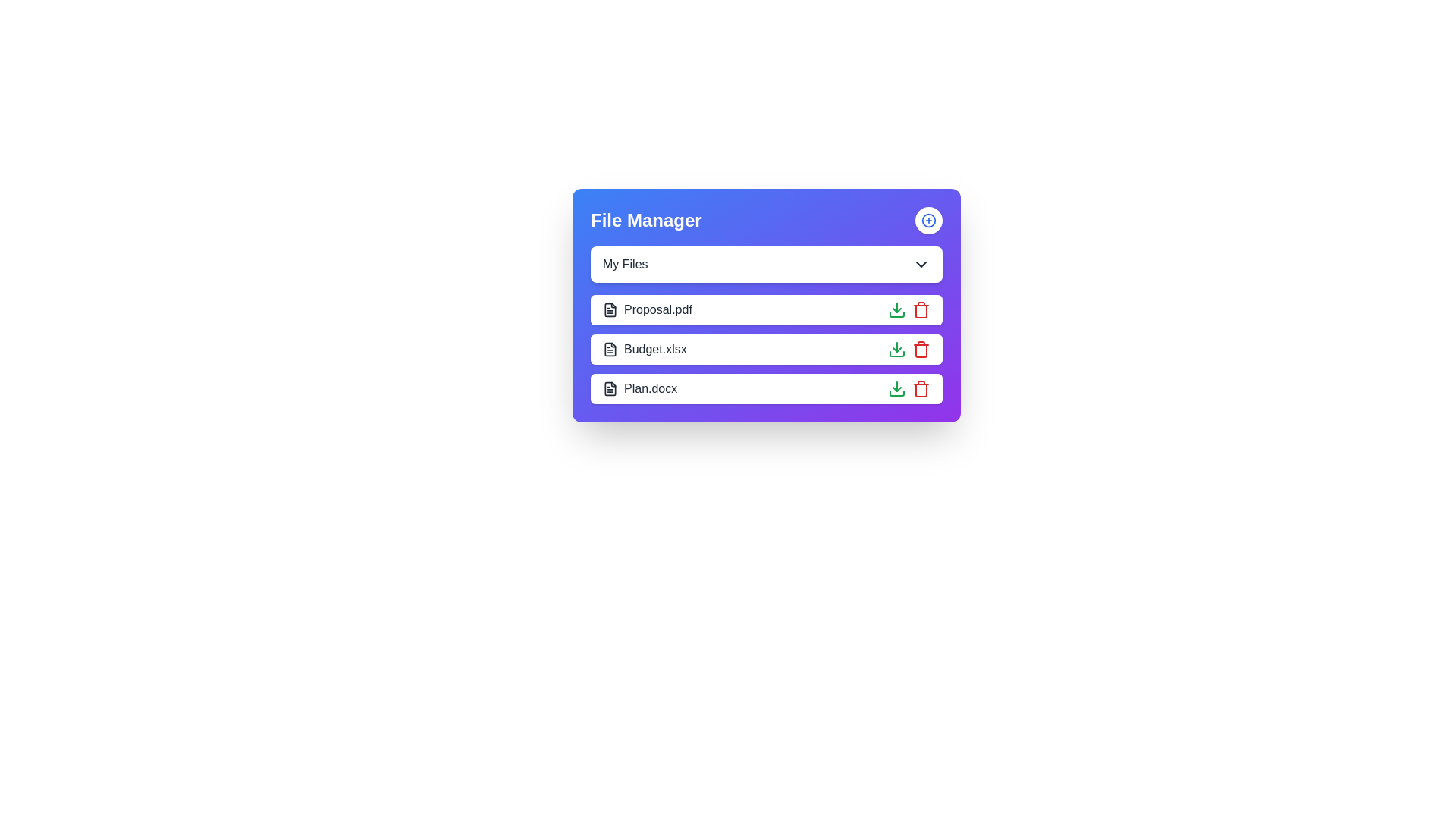 The image size is (1456, 819). Describe the element at coordinates (610, 309) in the screenshot. I see `the file icon representing a text document, which is styled with an outlined design and is located next to the text 'Proposal.pdf'` at that location.